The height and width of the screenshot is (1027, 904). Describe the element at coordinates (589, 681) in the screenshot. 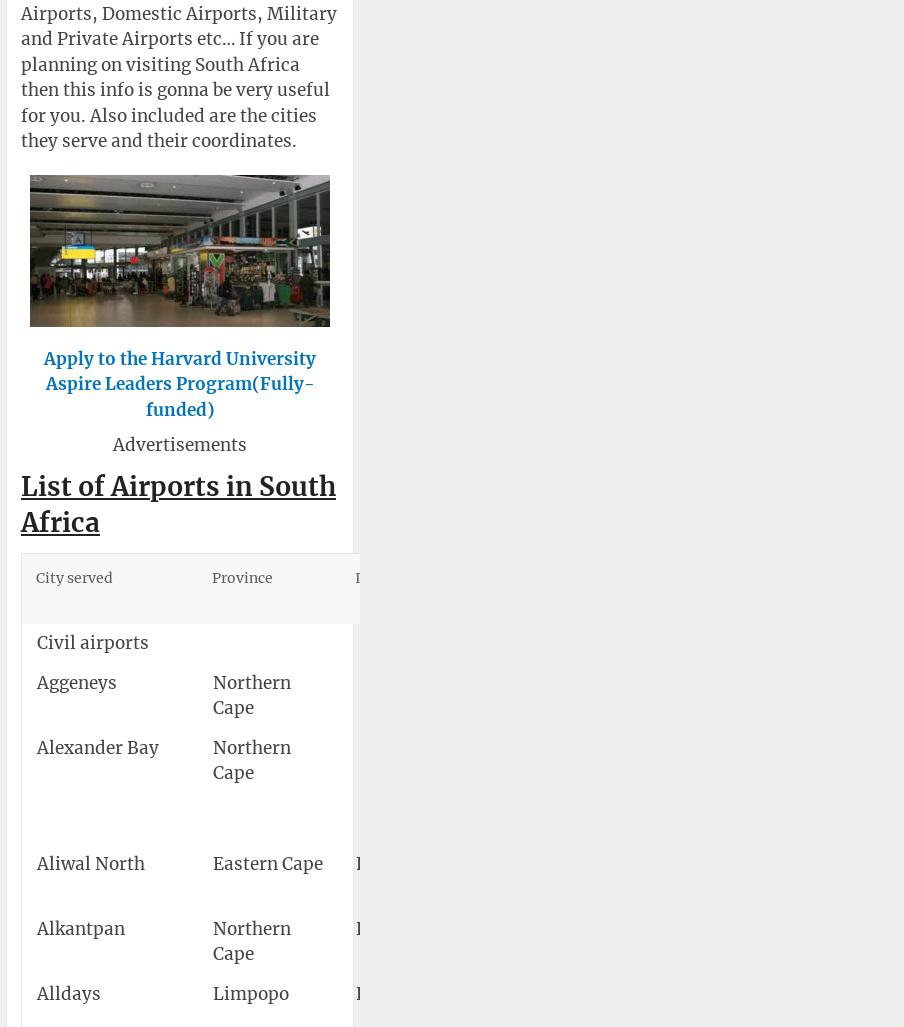

I see `'Aggeneys Airport'` at that location.